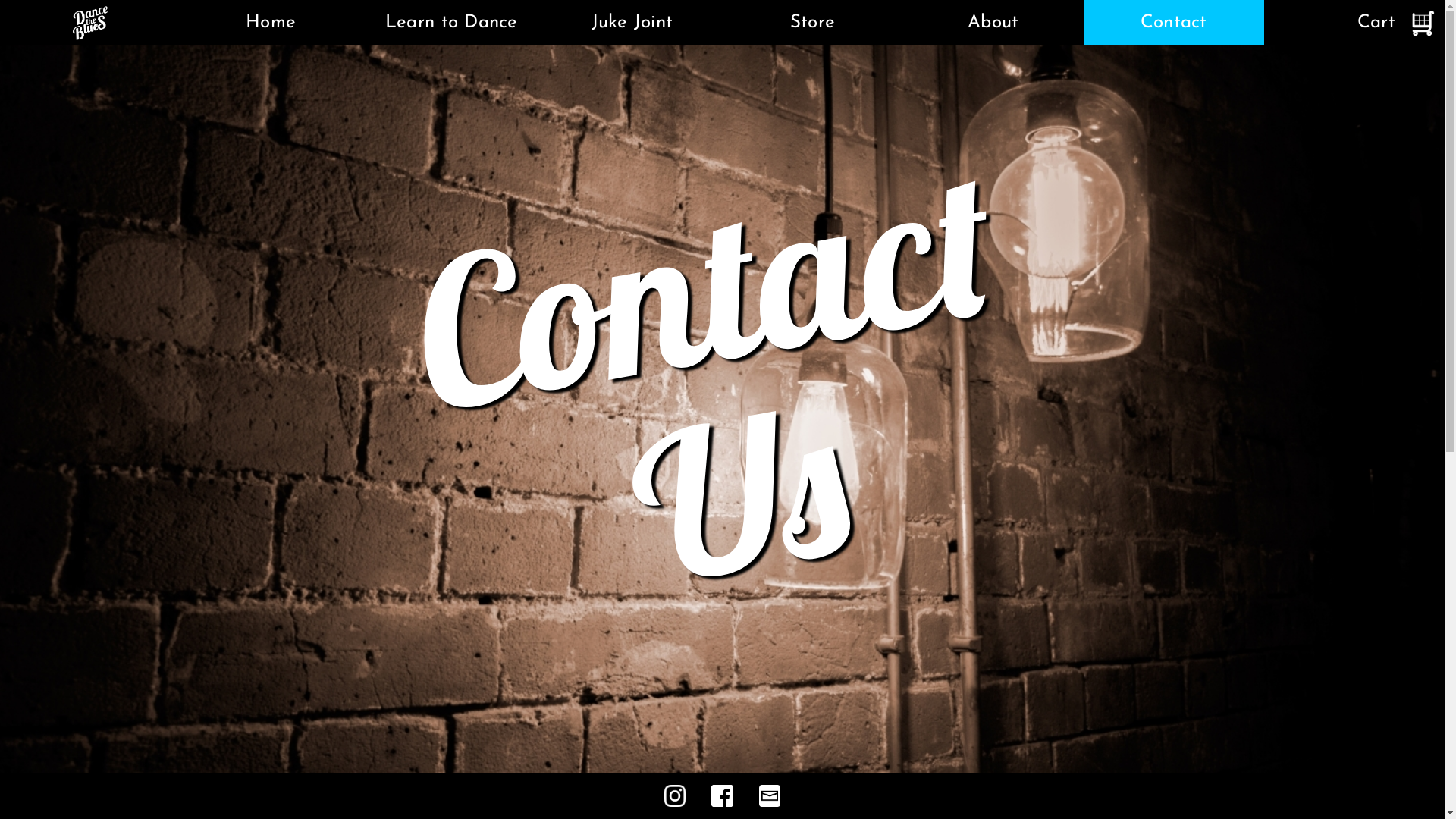 Image resolution: width=1456 pixels, height=819 pixels. I want to click on 'Cart', so click(1354, 23).